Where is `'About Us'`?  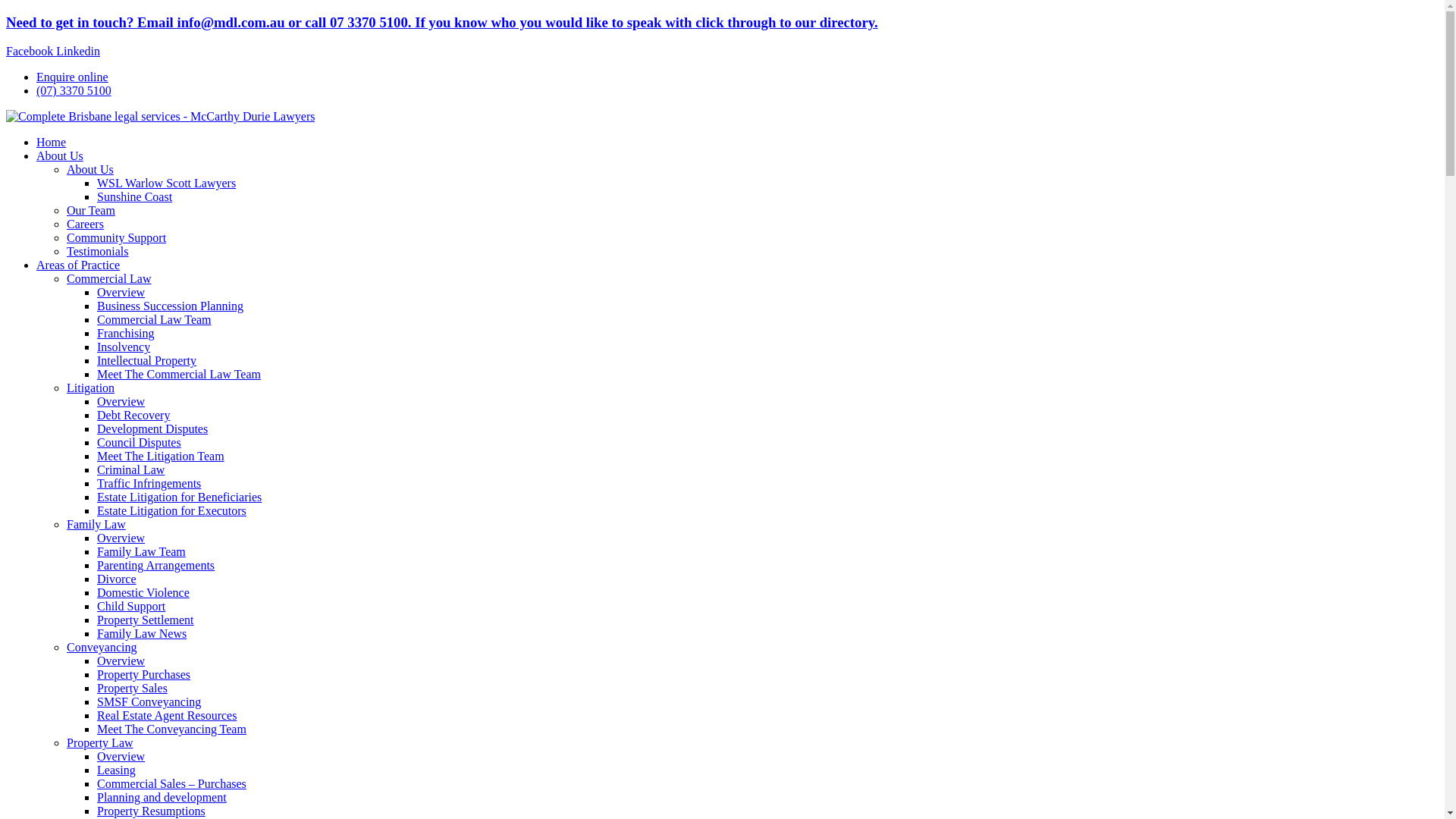 'About Us' is located at coordinates (89, 169).